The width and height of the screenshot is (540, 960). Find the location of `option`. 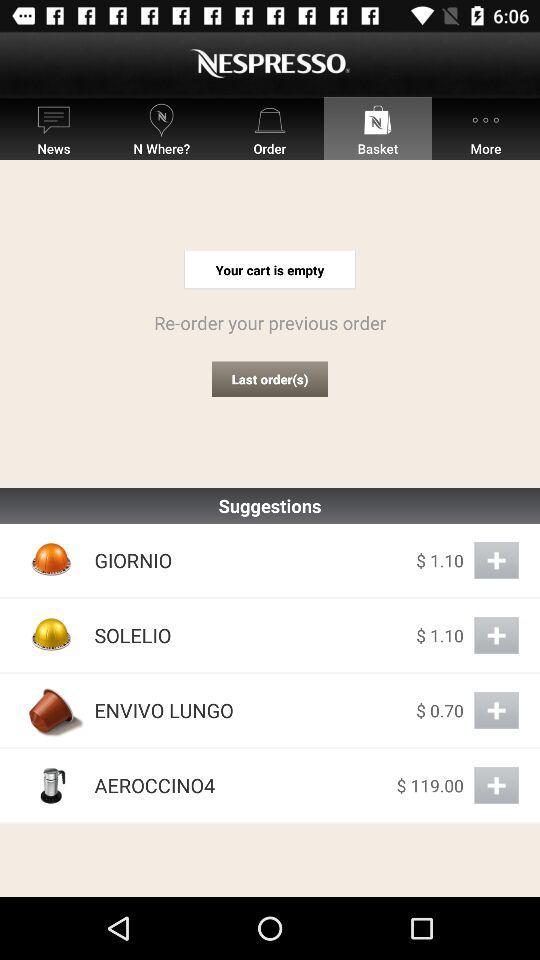

option is located at coordinates (495, 785).